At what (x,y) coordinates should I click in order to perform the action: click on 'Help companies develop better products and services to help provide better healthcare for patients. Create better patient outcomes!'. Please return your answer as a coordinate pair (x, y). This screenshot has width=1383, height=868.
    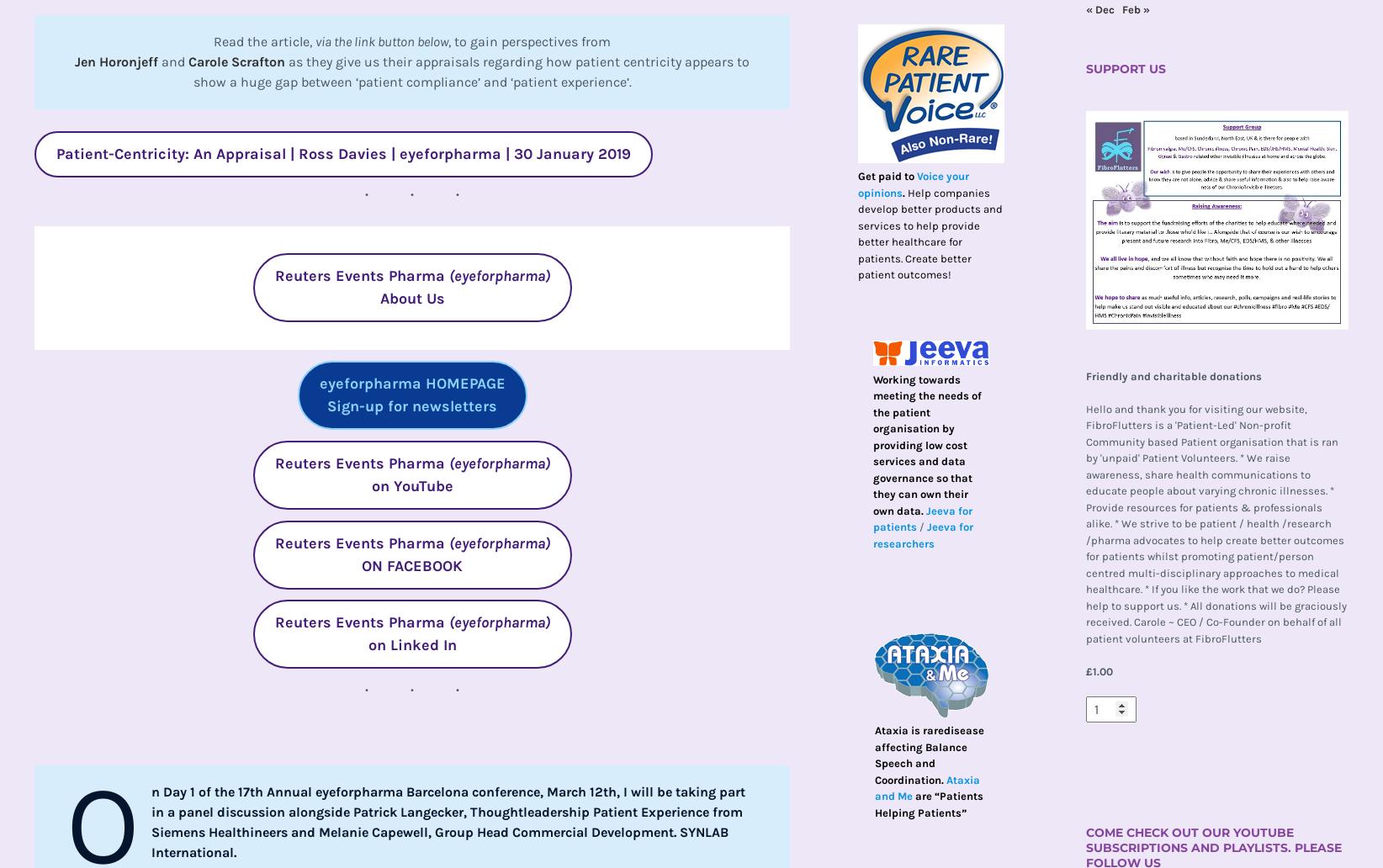
    Looking at the image, I should click on (930, 233).